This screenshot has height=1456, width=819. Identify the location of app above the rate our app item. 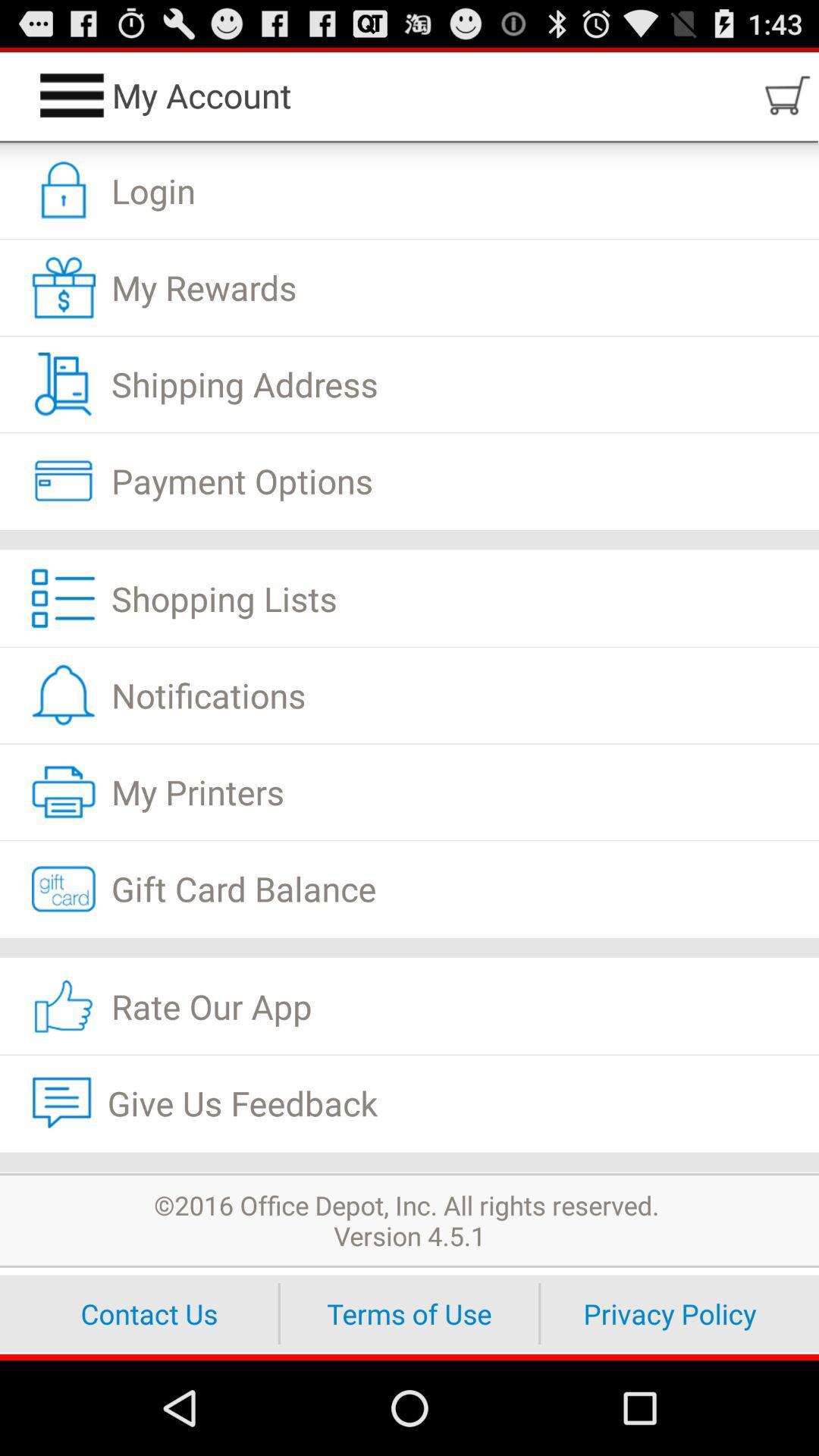
(409, 946).